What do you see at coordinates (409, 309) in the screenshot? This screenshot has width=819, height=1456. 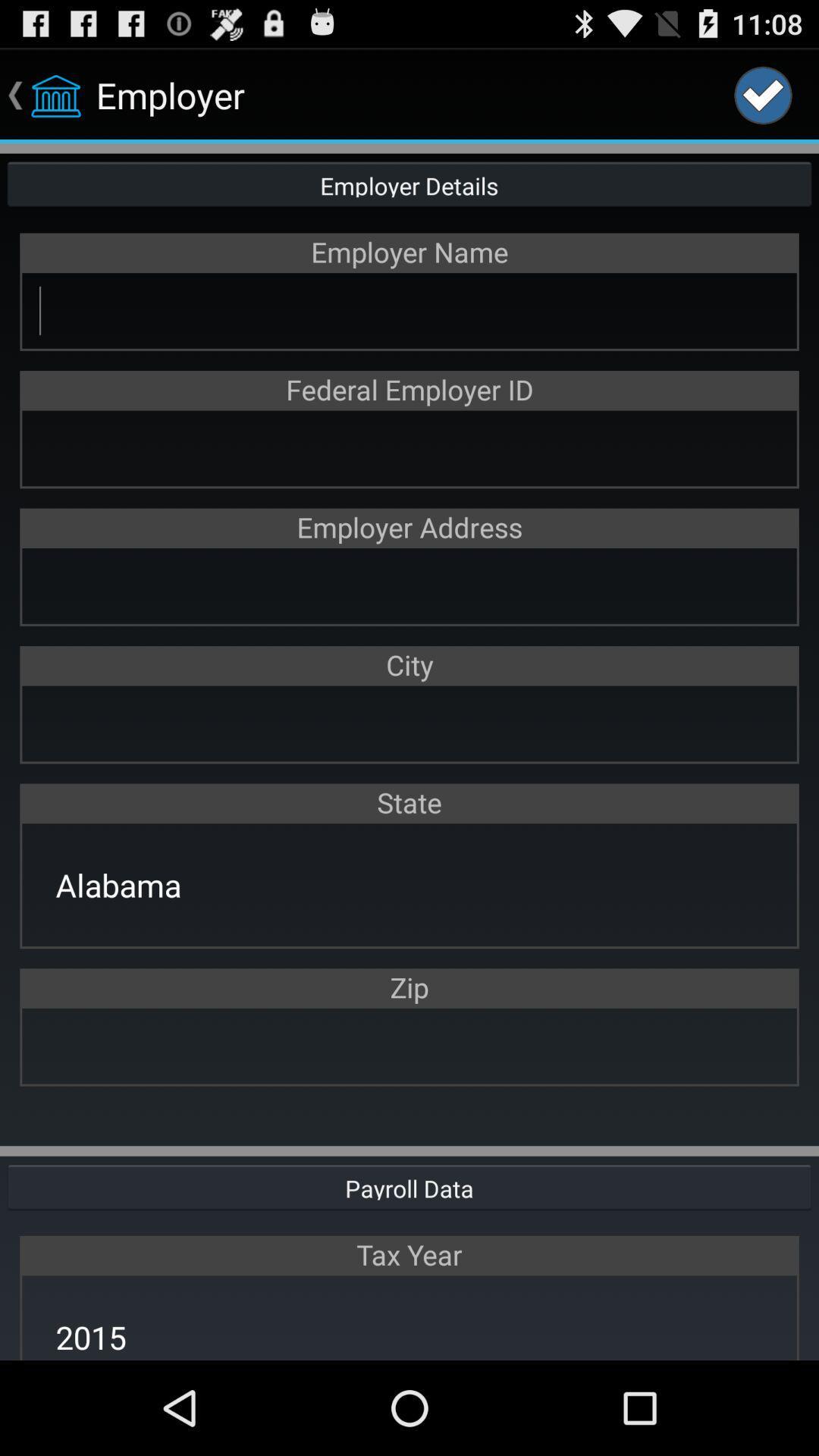 I see `employer 's name` at bounding box center [409, 309].